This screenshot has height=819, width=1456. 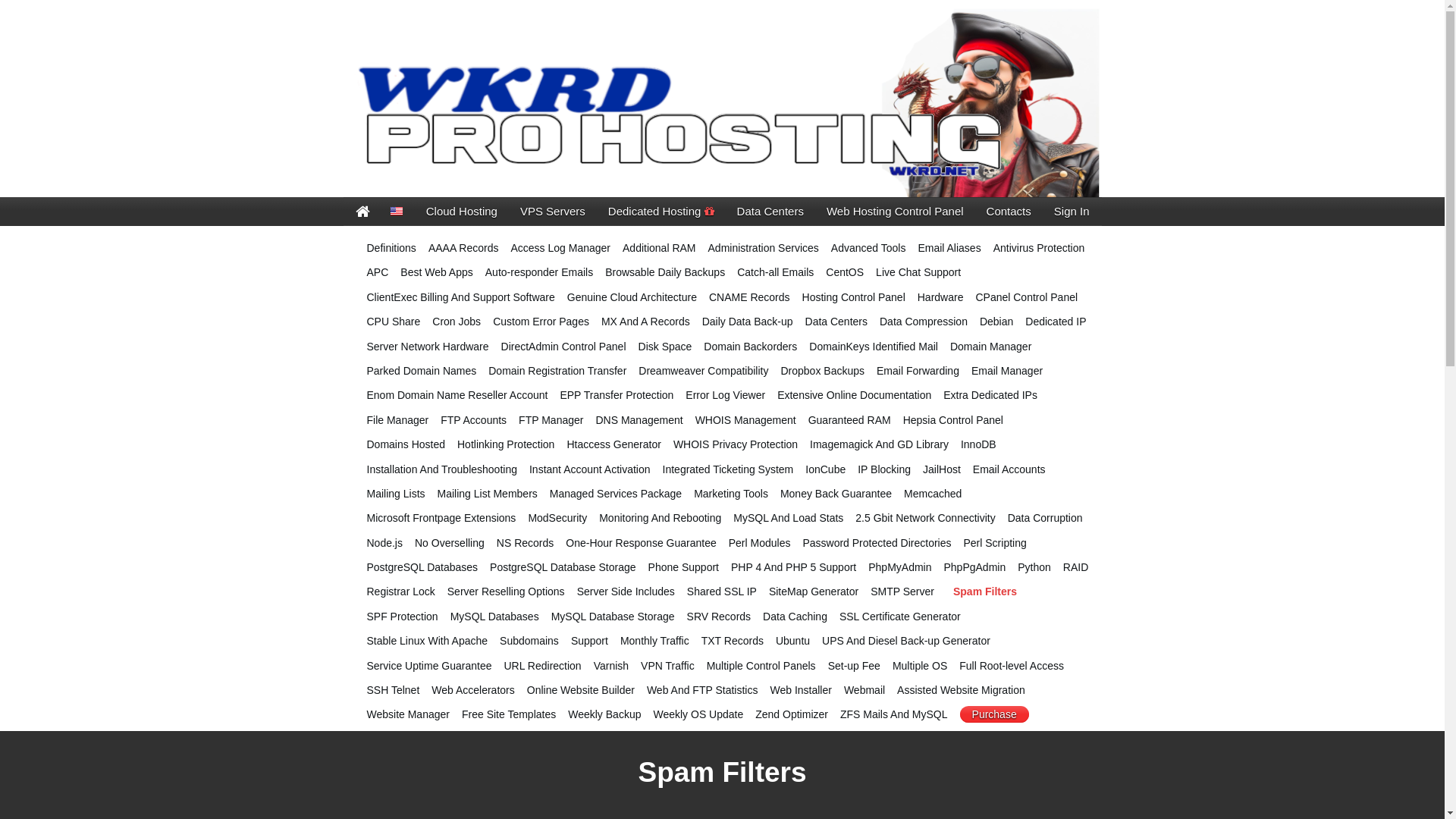 What do you see at coordinates (1075, 567) in the screenshot?
I see `'RAID'` at bounding box center [1075, 567].